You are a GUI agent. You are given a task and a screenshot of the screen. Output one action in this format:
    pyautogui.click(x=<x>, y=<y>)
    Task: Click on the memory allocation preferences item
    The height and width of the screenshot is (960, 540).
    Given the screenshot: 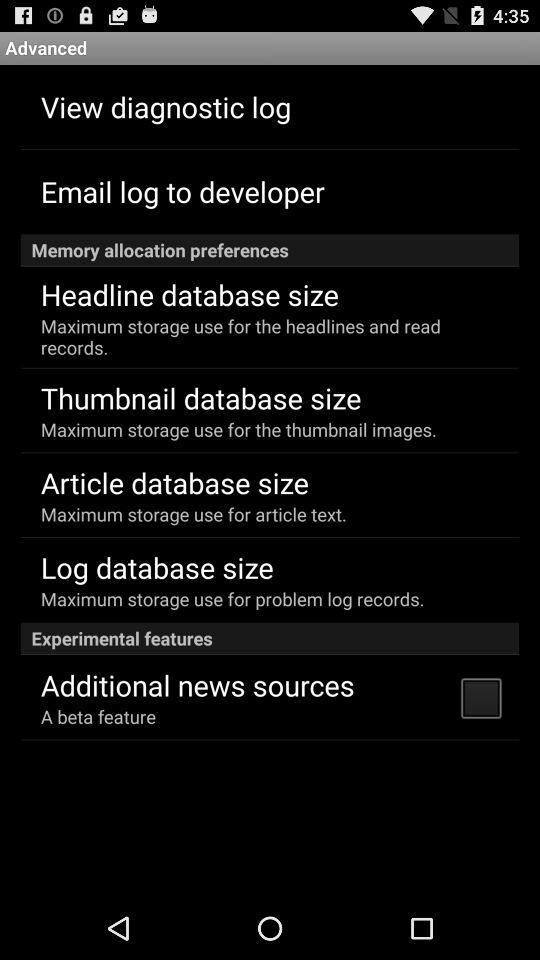 What is the action you would take?
    pyautogui.click(x=270, y=249)
    